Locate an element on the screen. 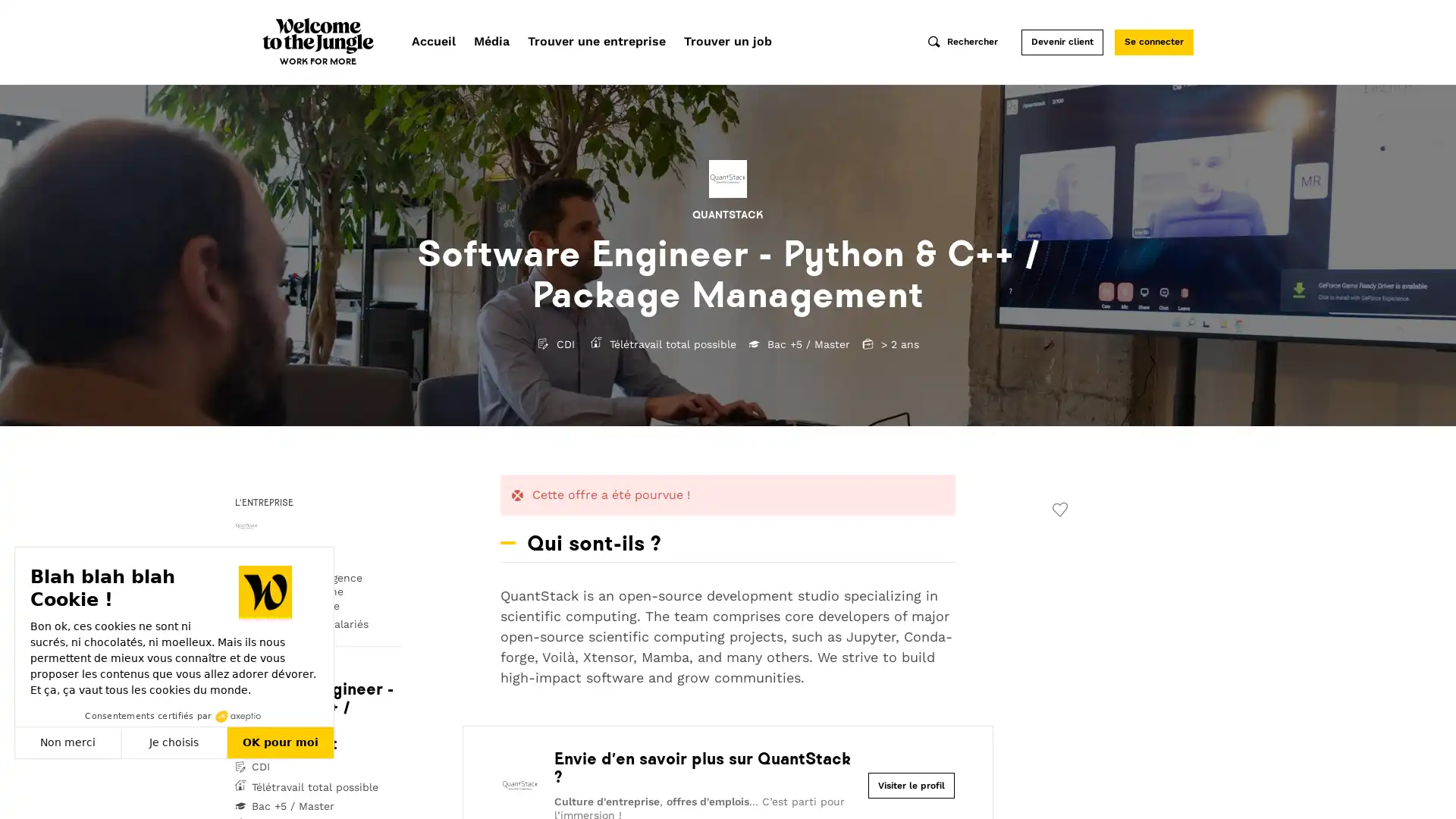 The width and height of the screenshot is (1456, 819). Fermer is located at coordinates (29, 792).